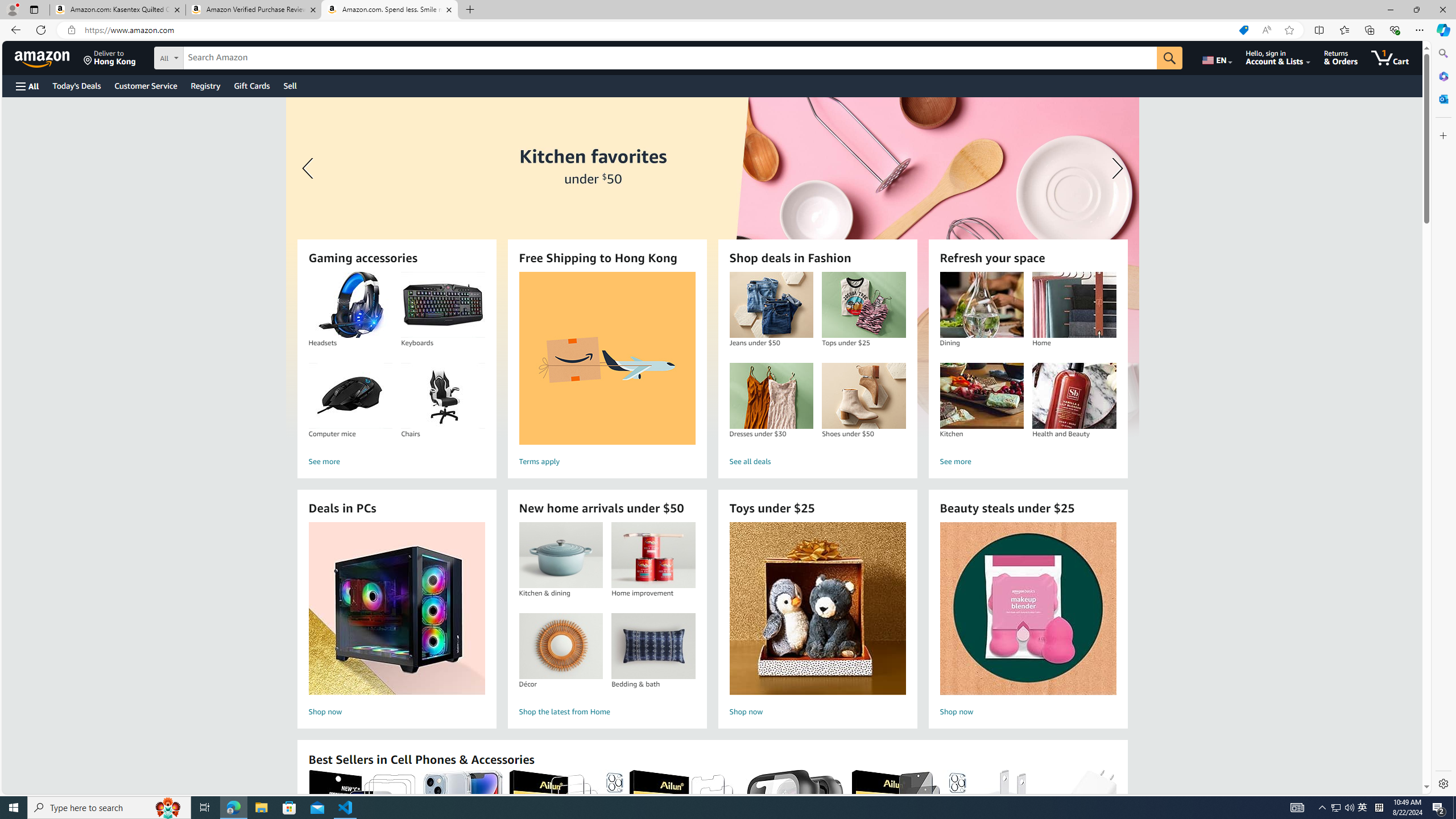 This screenshot has width=1456, height=819. I want to click on 'Gift Cards', so click(251, 85).